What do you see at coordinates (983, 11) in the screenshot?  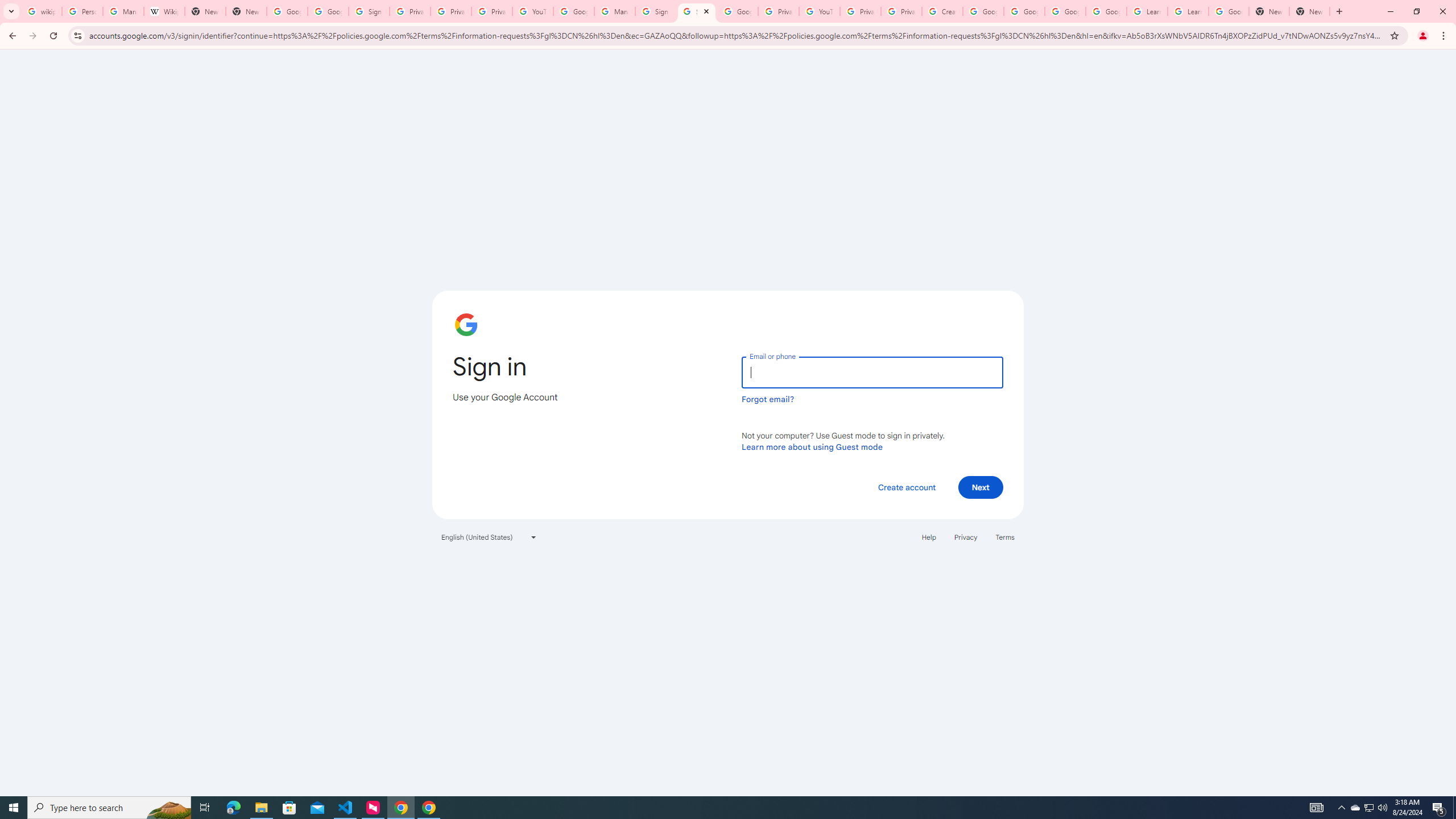 I see `'Google Account Help'` at bounding box center [983, 11].